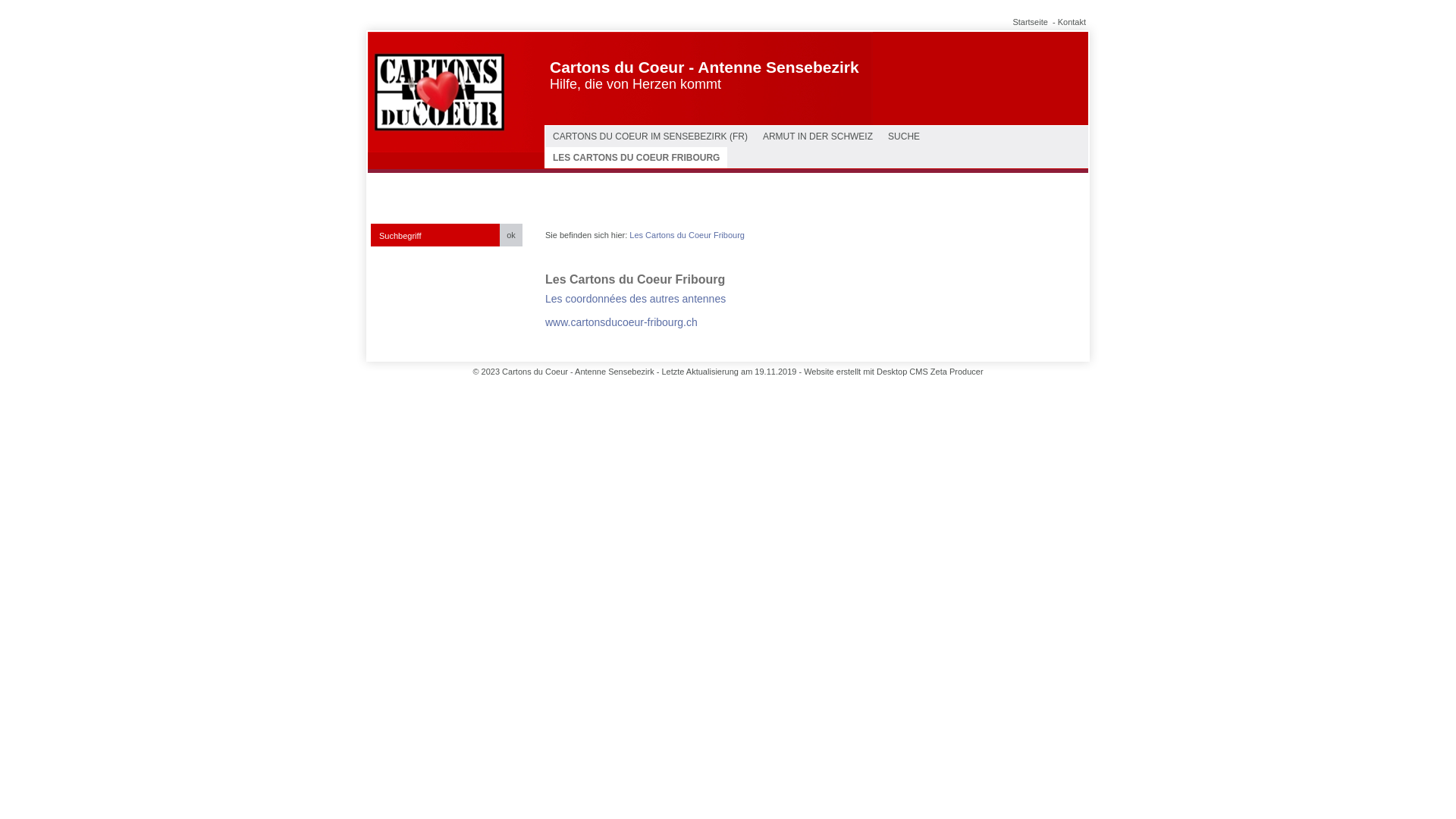 The height and width of the screenshot is (819, 1456). I want to click on 'Les Cartons du Coeur Fribourg', so click(629, 234).